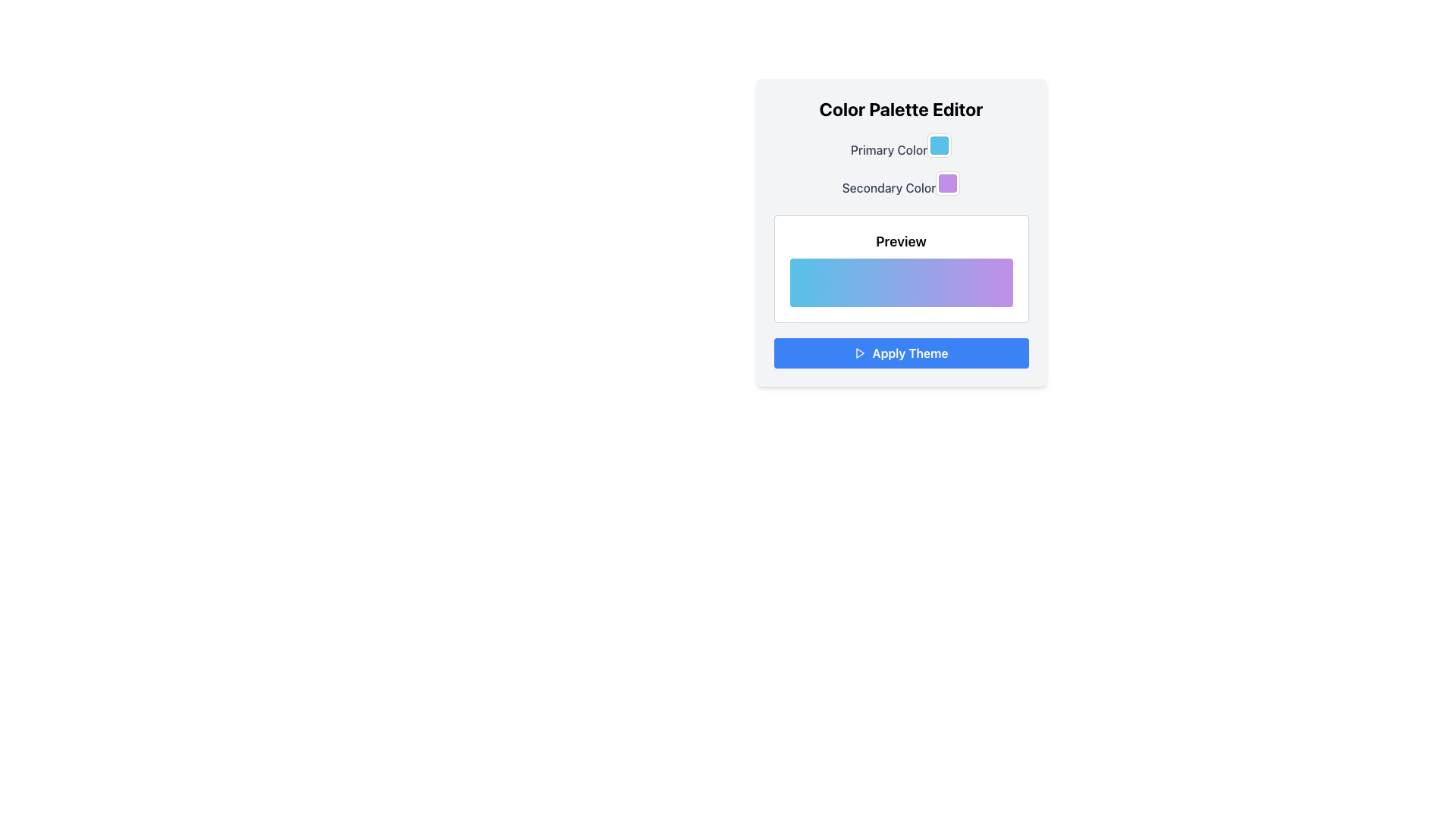 Image resolution: width=1456 pixels, height=819 pixels. Describe the element at coordinates (901, 353) in the screenshot. I see `the 'Apply Theme' button located at the bottom of the 'Color Palette Editor' interface` at that location.